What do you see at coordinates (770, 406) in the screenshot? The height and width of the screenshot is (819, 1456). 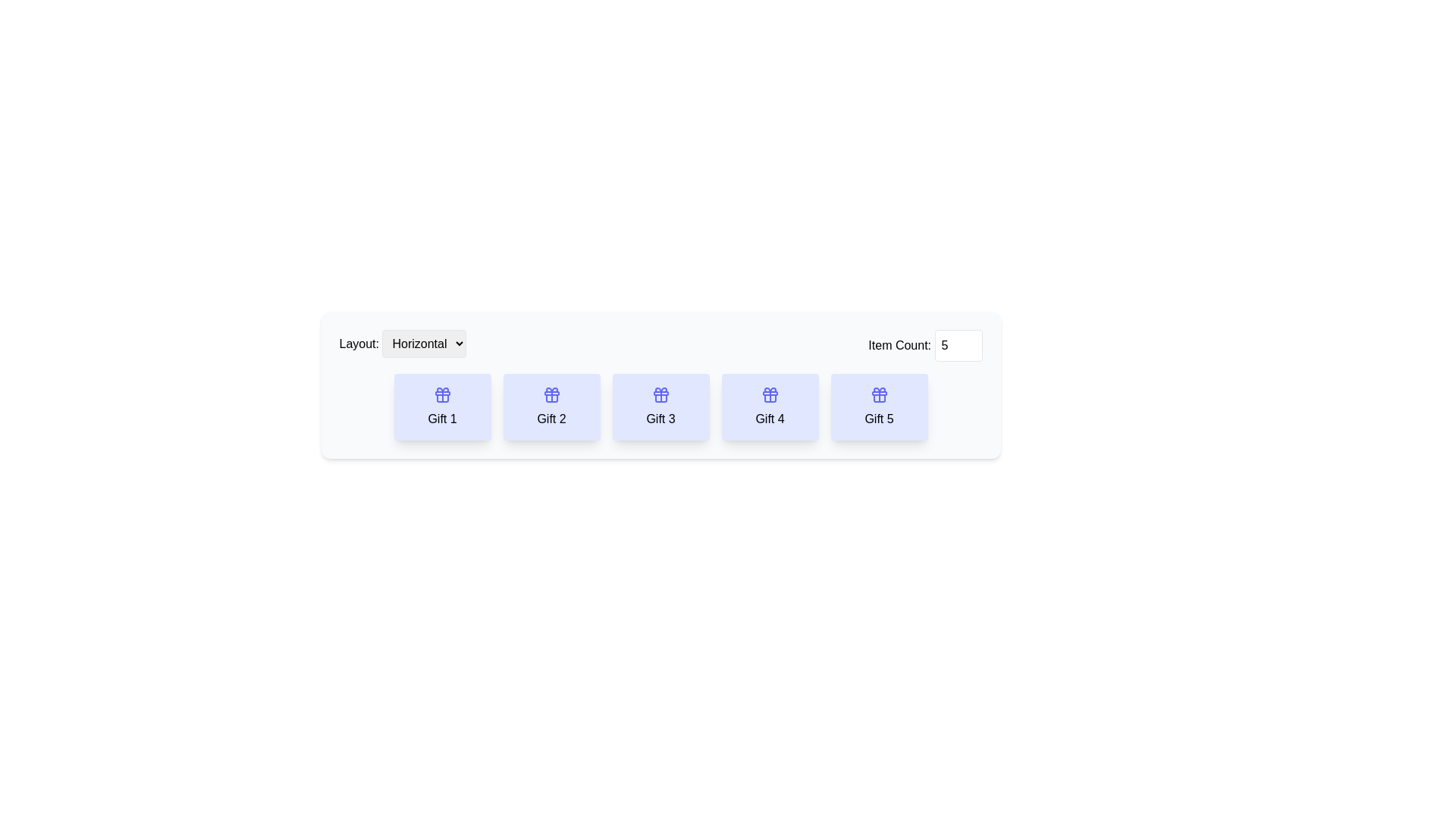 I see `the light purple card labeled 'Gift 4' with a blue gift icon` at bounding box center [770, 406].